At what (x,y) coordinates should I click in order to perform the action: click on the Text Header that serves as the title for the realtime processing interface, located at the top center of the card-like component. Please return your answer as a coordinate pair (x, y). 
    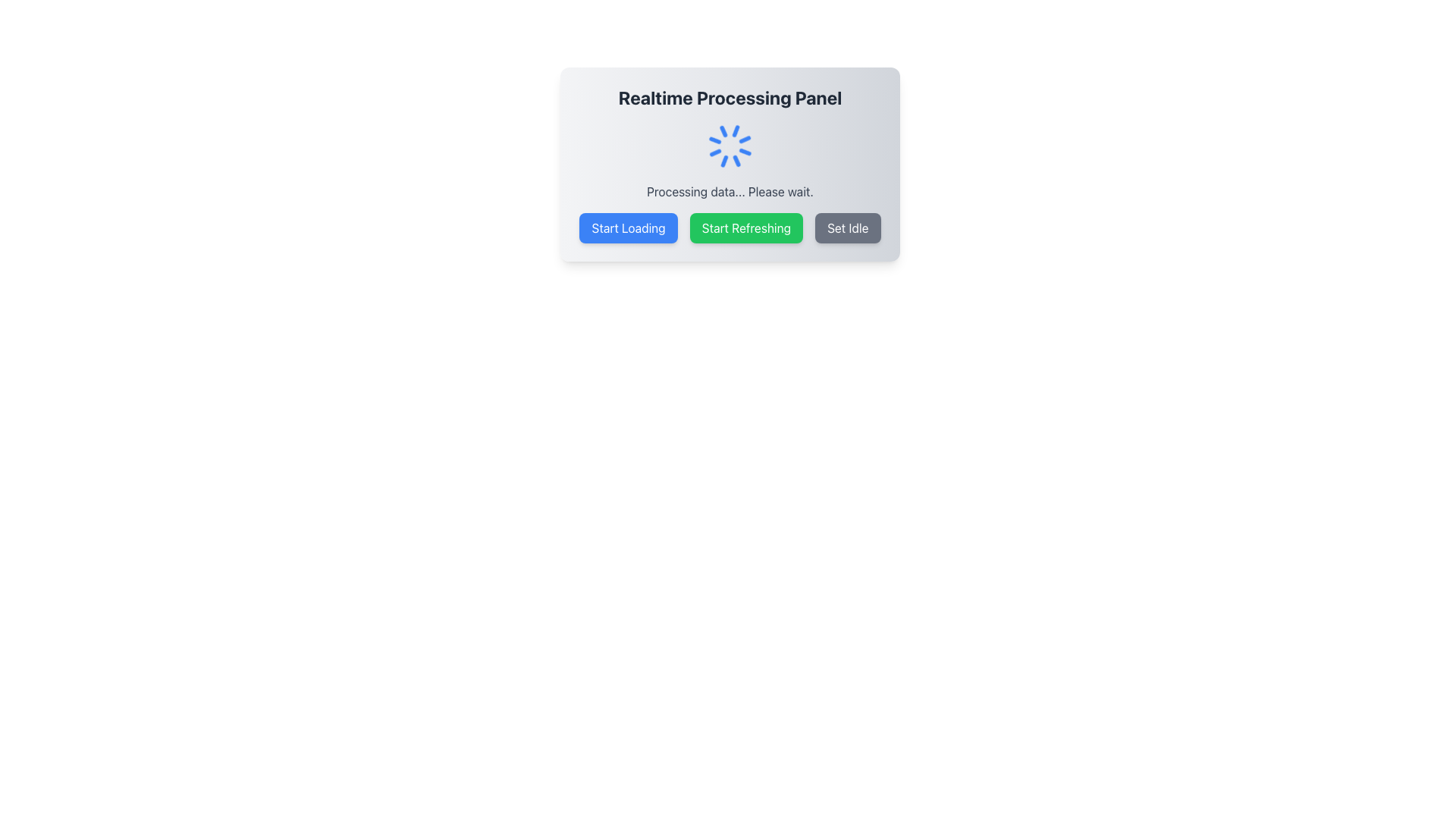
    Looking at the image, I should click on (730, 97).